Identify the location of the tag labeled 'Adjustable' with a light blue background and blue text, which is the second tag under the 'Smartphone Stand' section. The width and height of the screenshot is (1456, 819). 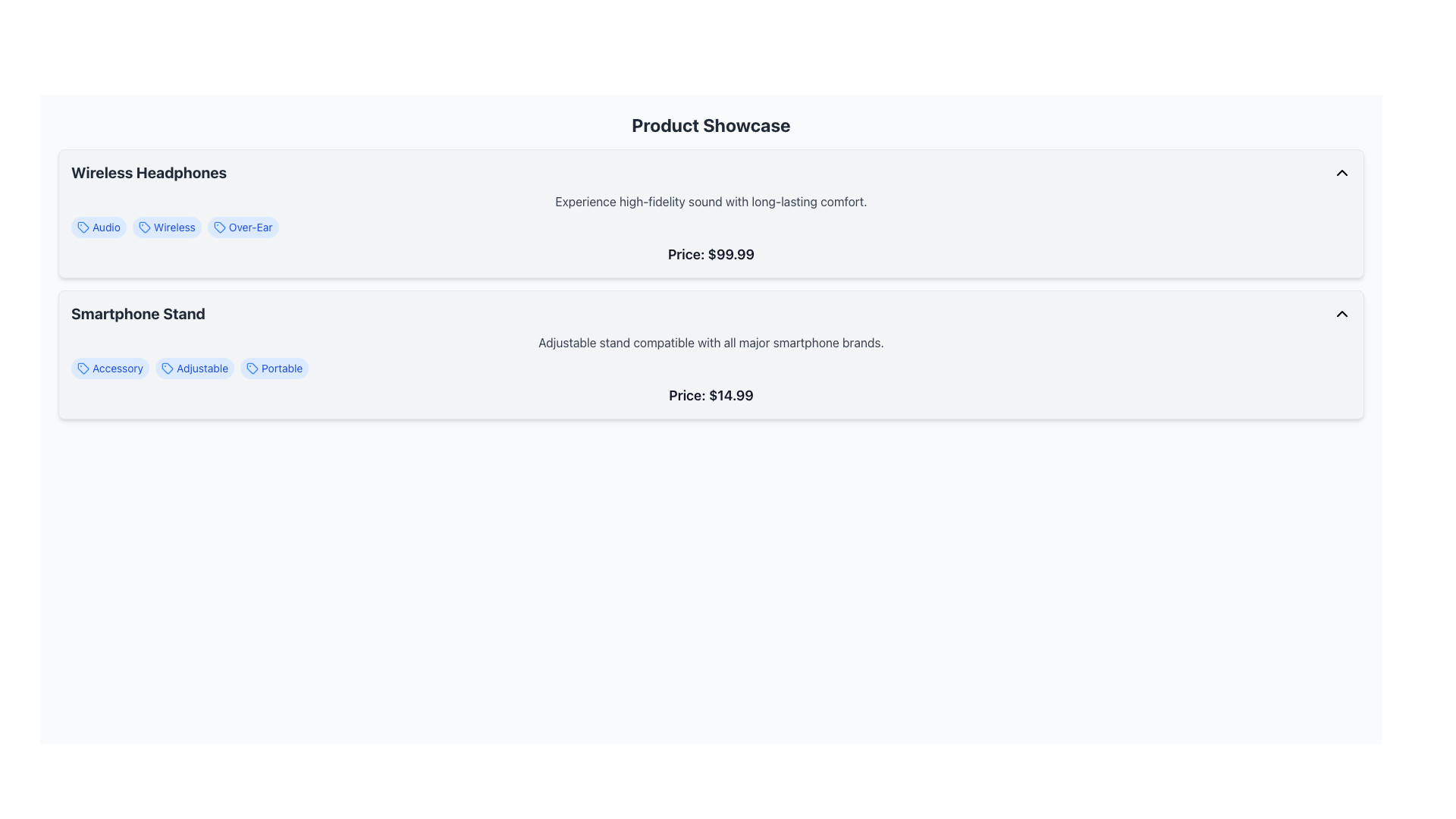
(194, 369).